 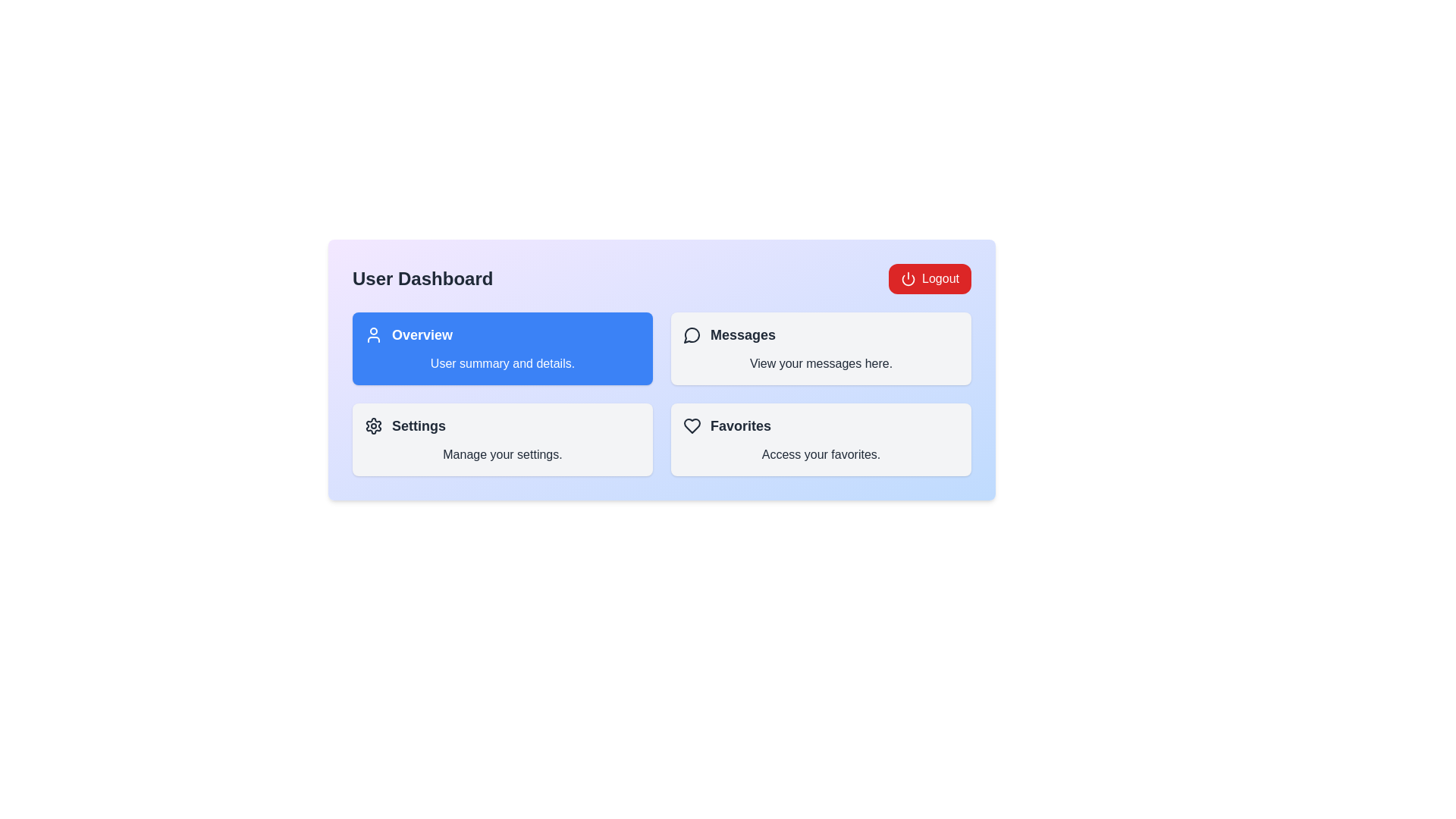 What do you see at coordinates (929, 278) in the screenshot?
I see `the 'Logout' button with a red background and rounded corners located at the top-right corner of the User Dashboard to initiate logout` at bounding box center [929, 278].